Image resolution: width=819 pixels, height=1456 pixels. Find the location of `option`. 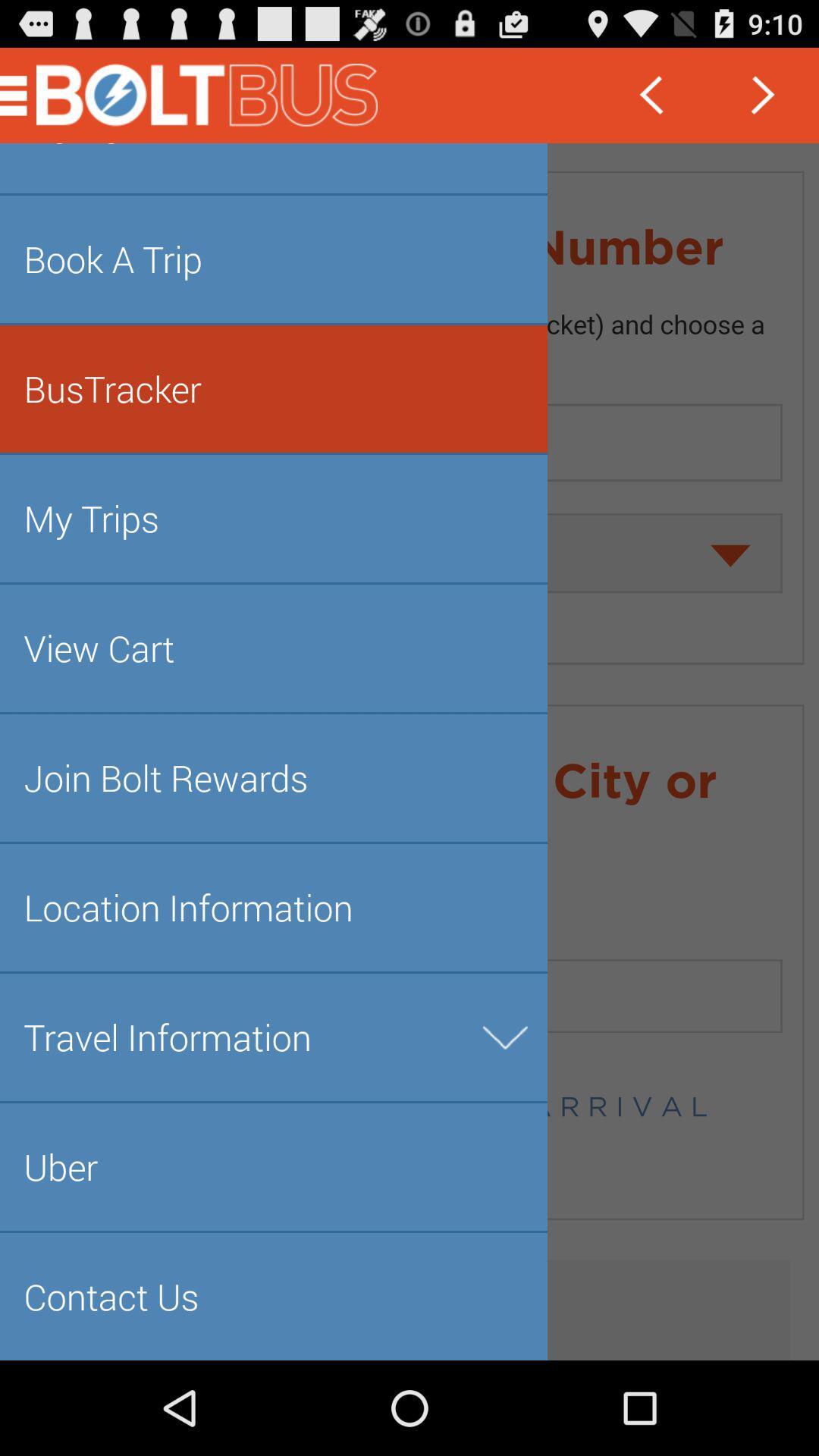

option is located at coordinates (409, 752).